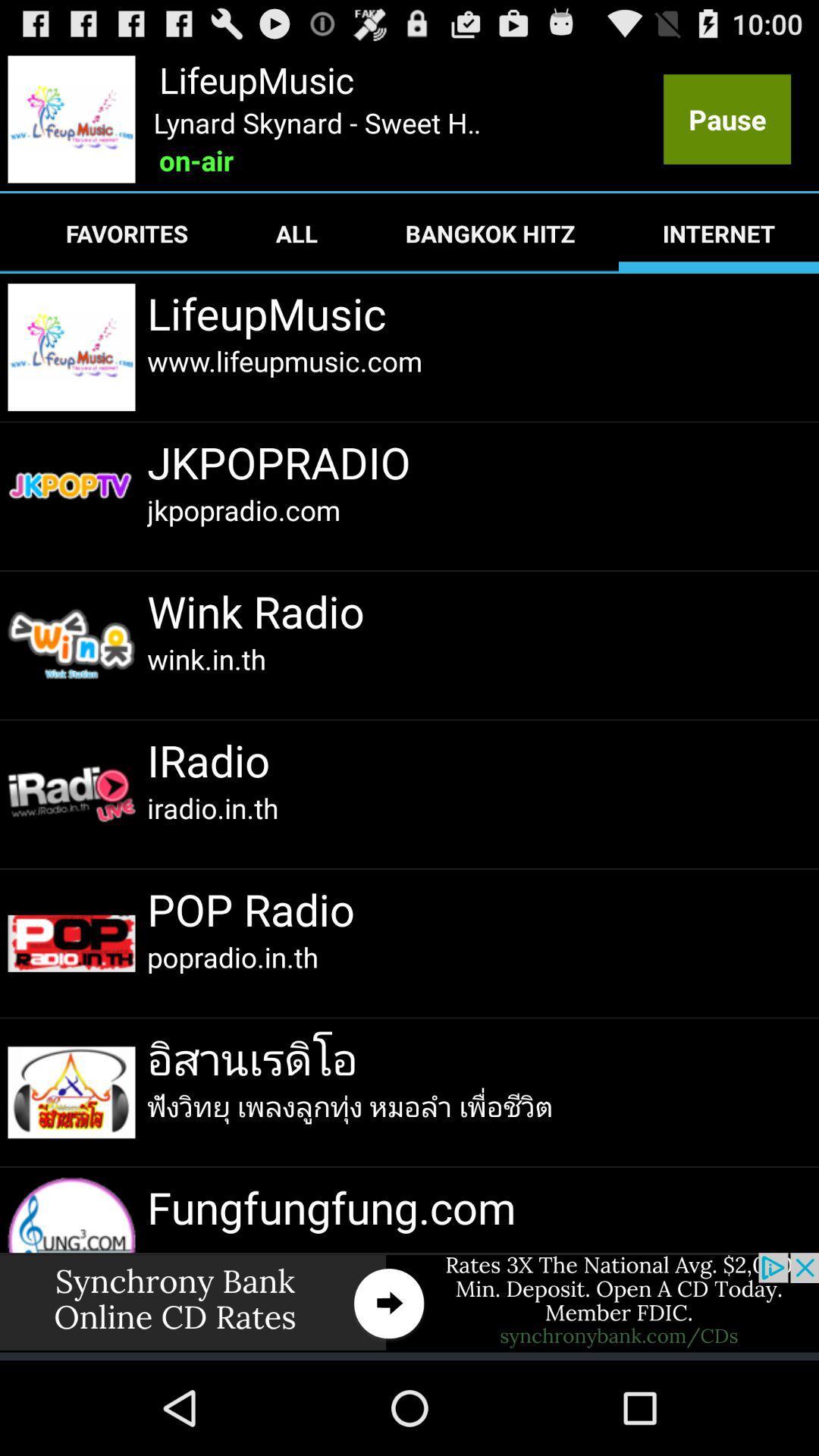  What do you see at coordinates (409, 1301) in the screenshot?
I see `open advertisement` at bounding box center [409, 1301].